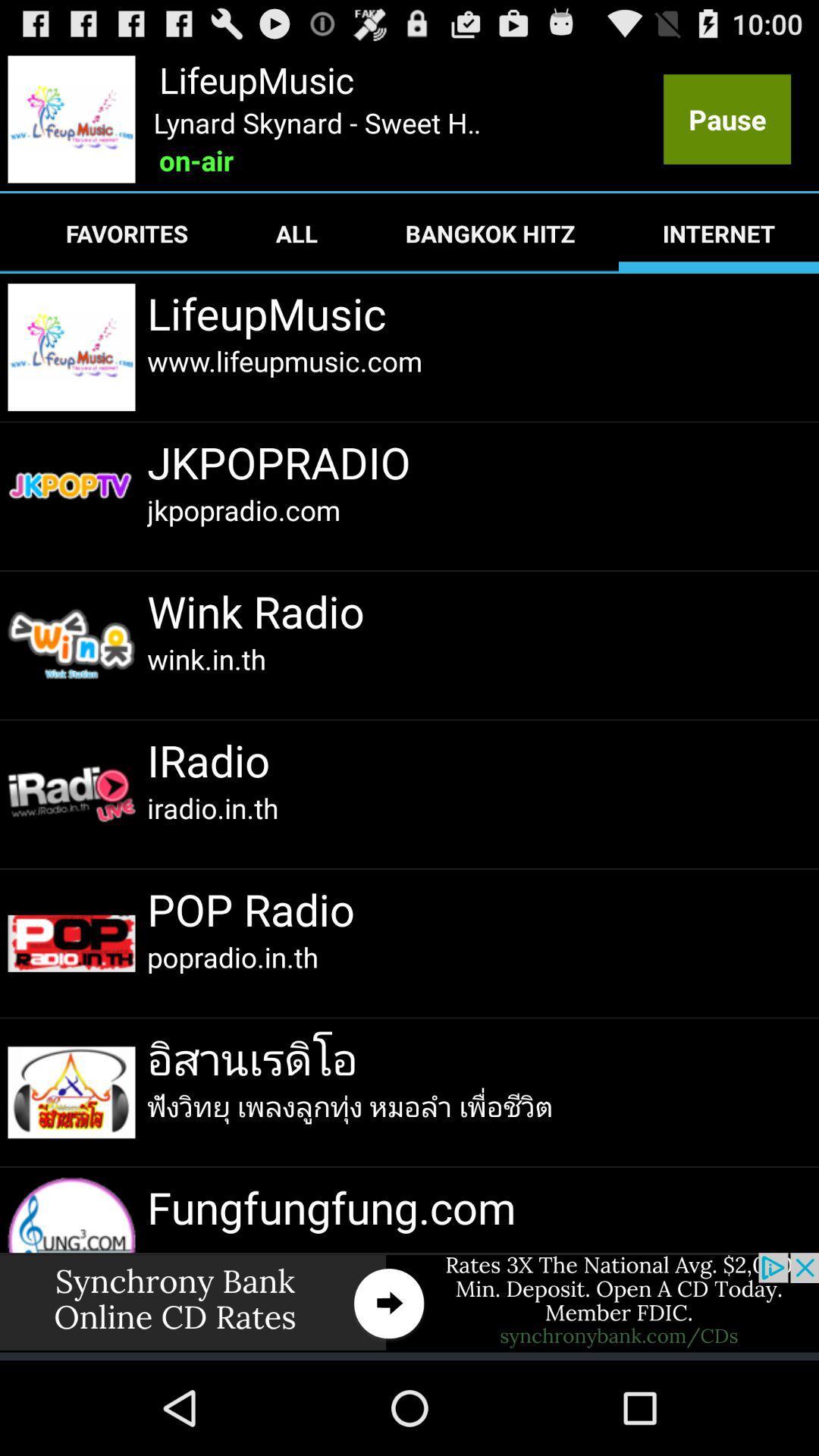  What do you see at coordinates (409, 1301) in the screenshot?
I see `open advertisement` at bounding box center [409, 1301].